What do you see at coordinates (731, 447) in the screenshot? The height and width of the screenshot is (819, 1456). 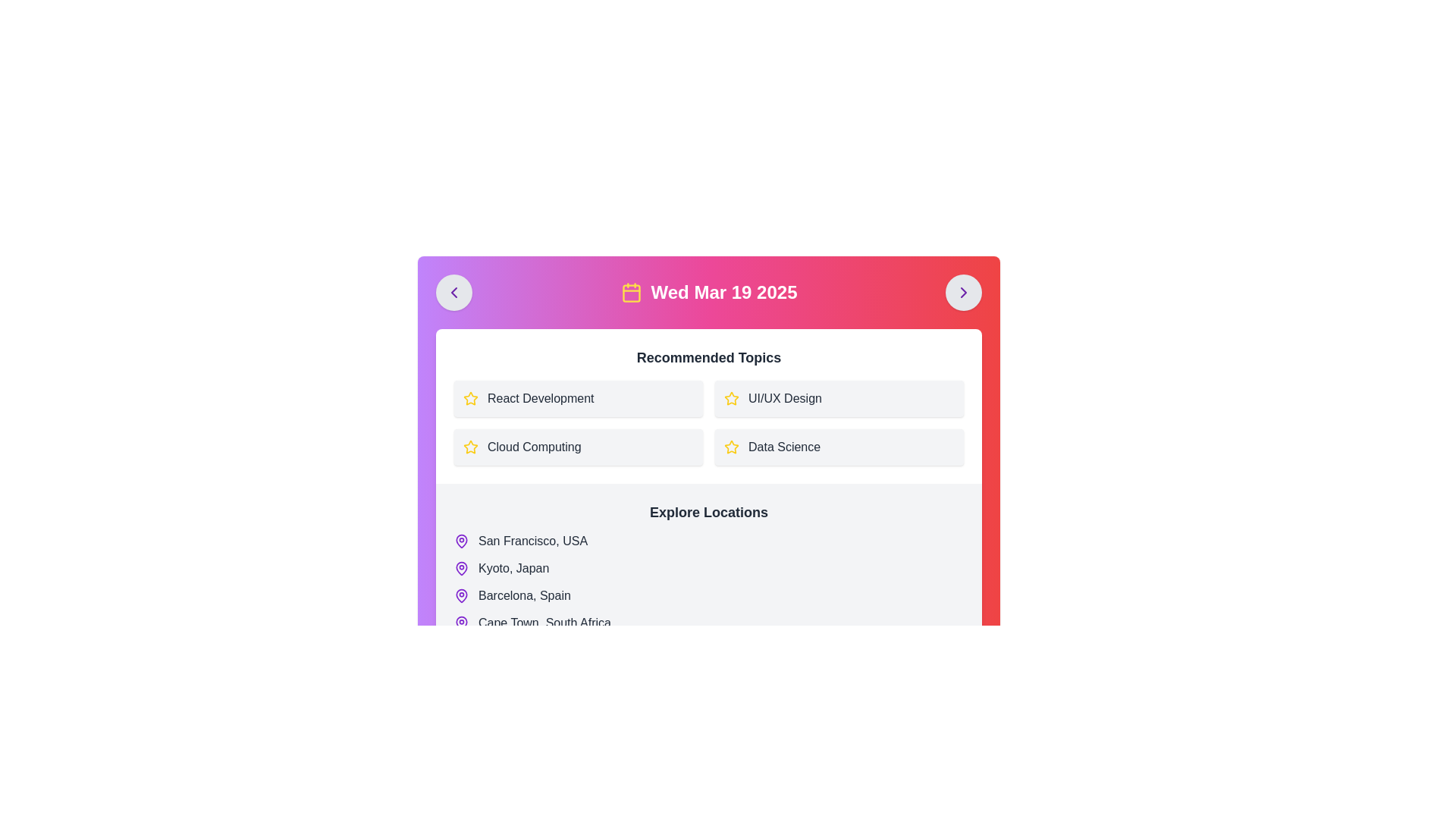 I see `the star icon located in the recommendation section next to the 'Data Science' label, which serves as an indicator for marking the importance of the associated item` at bounding box center [731, 447].